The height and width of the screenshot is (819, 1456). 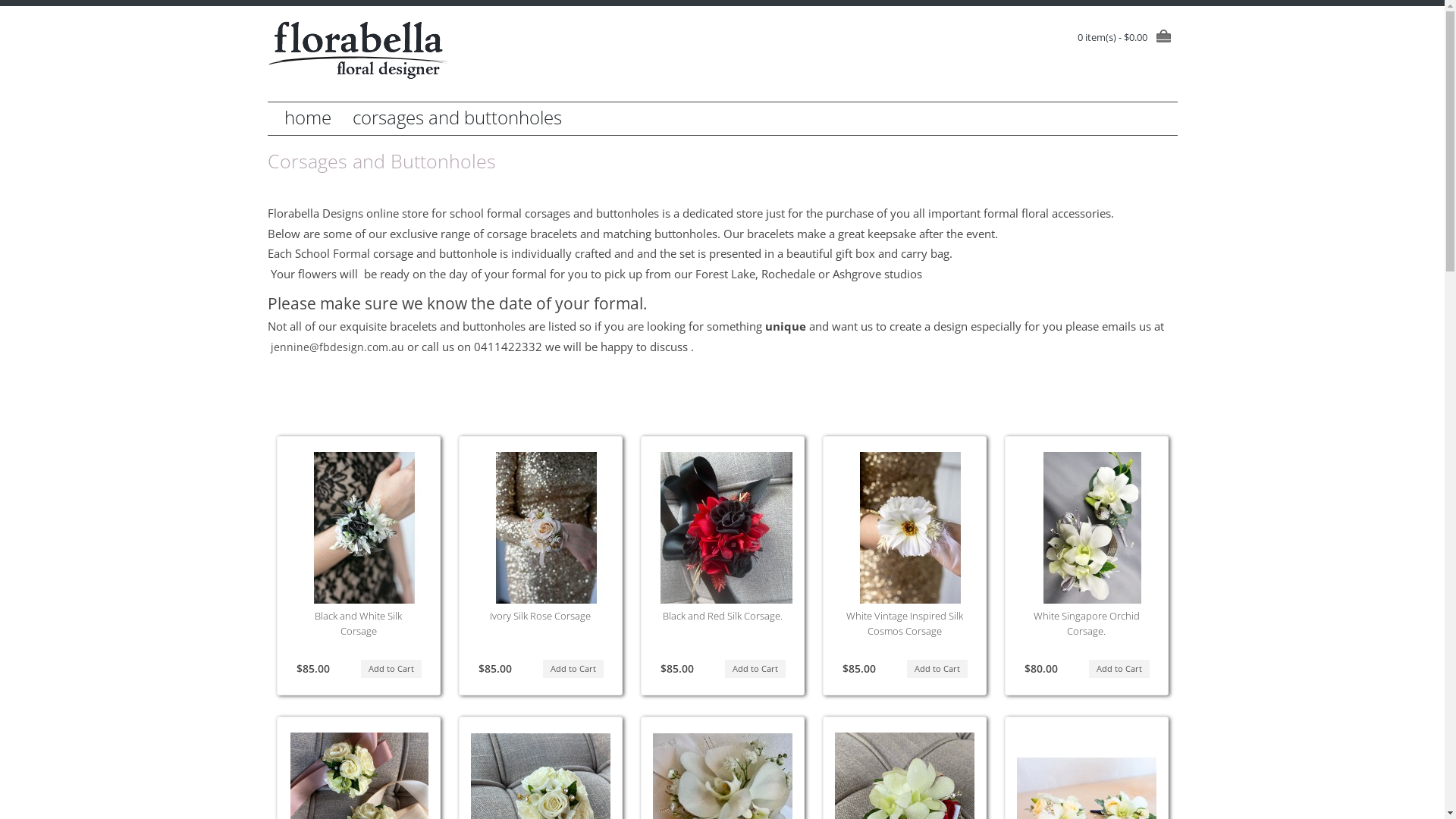 I want to click on 'Add to Cart', so click(x=359, y=668).